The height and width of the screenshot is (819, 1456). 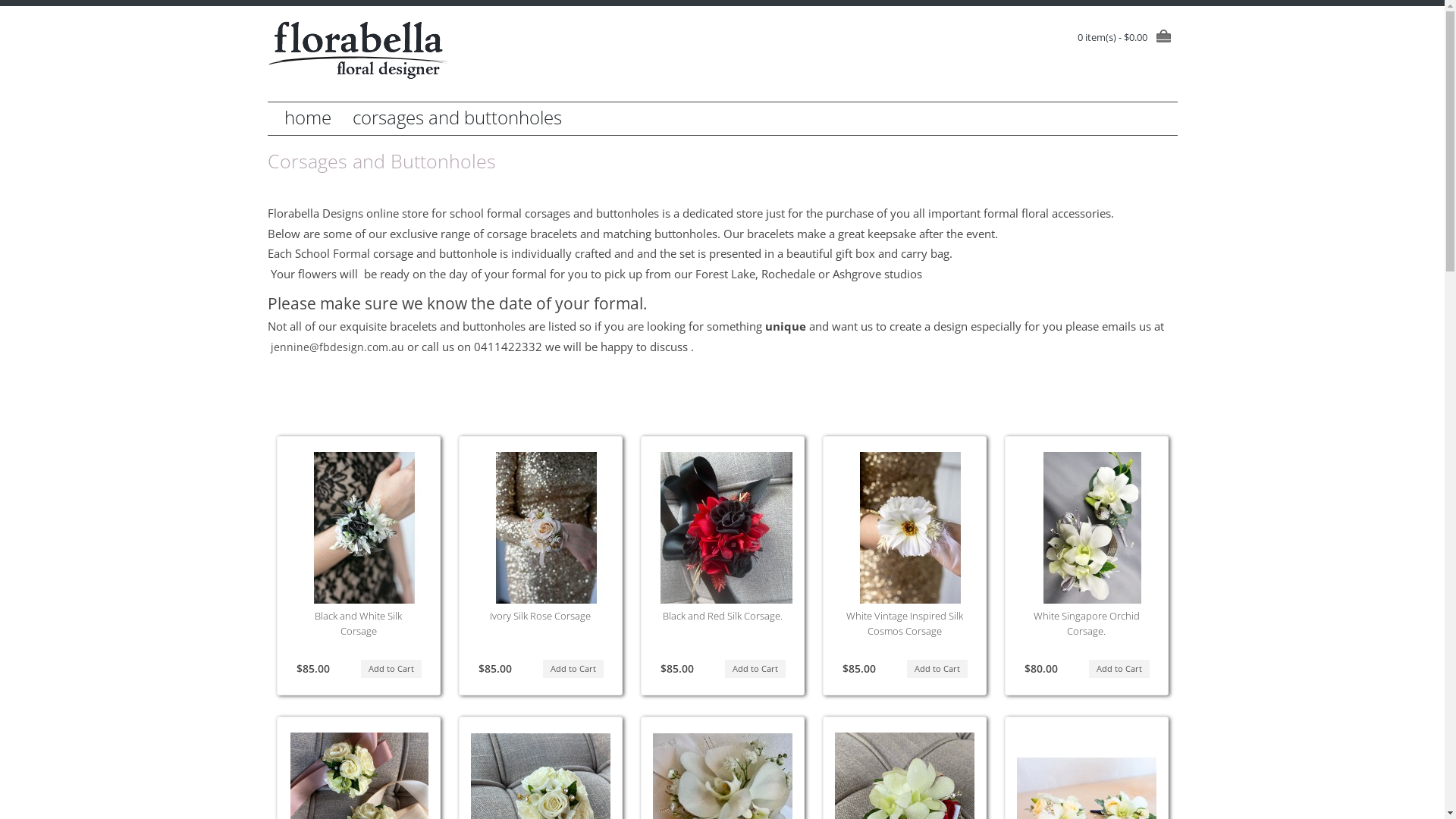 I want to click on 'Add to Cart', so click(x=359, y=668).